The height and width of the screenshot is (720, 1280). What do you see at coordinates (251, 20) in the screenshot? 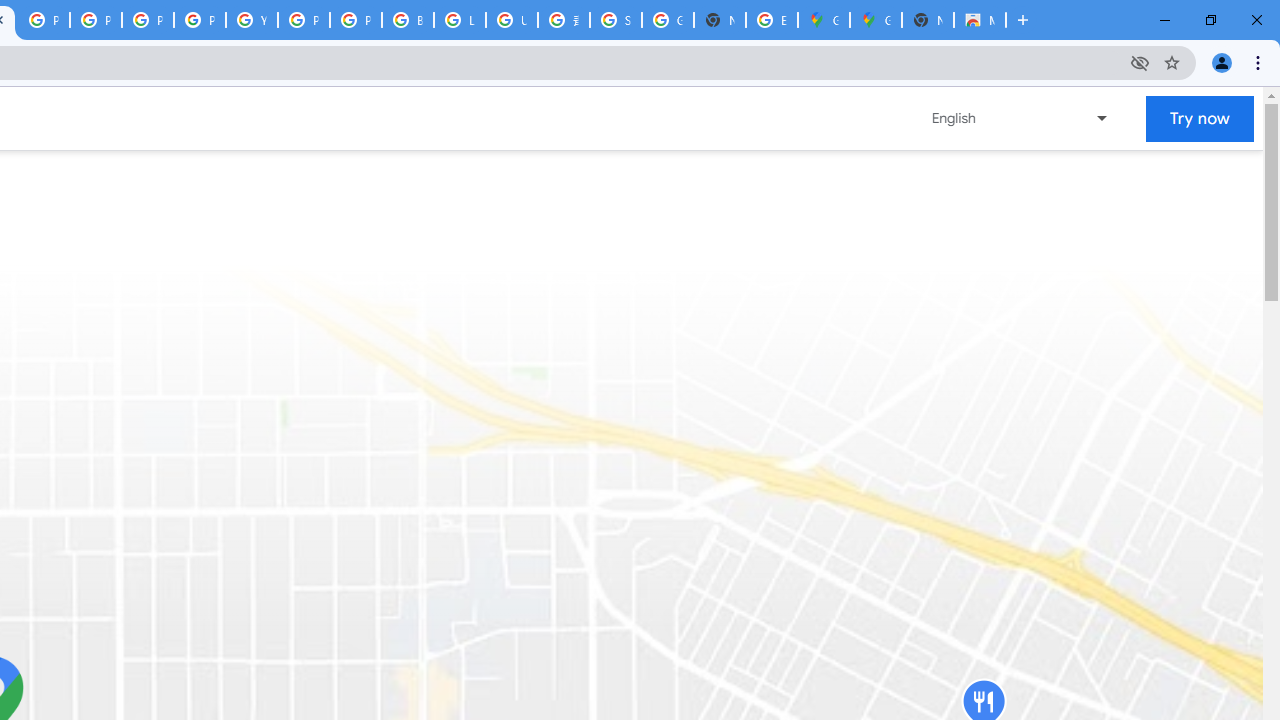
I see `'YouTube'` at bounding box center [251, 20].